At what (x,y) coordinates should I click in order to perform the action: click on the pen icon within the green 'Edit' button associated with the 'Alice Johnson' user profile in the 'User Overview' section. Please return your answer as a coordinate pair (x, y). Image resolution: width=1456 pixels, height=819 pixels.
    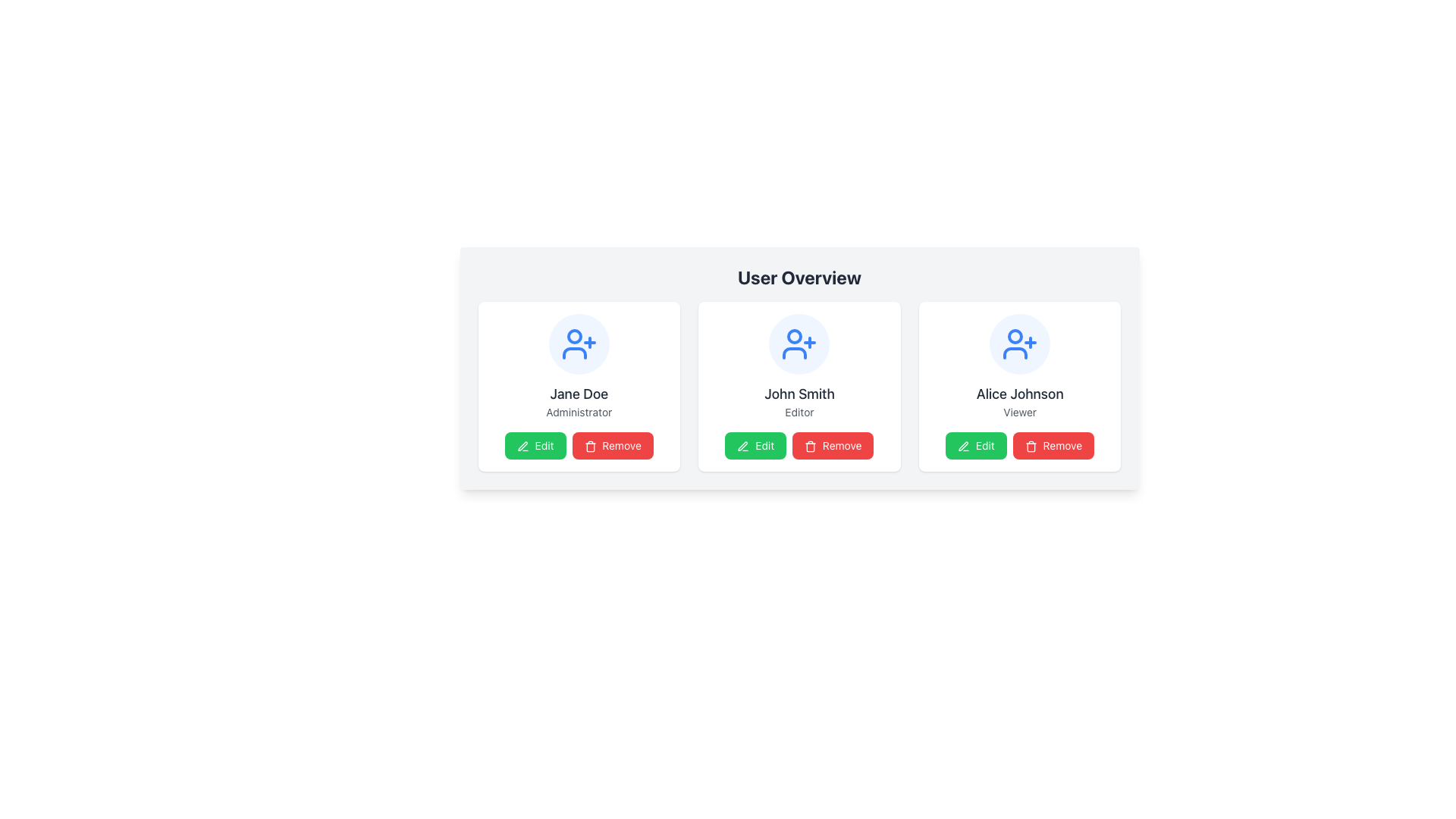
    Looking at the image, I should click on (962, 444).